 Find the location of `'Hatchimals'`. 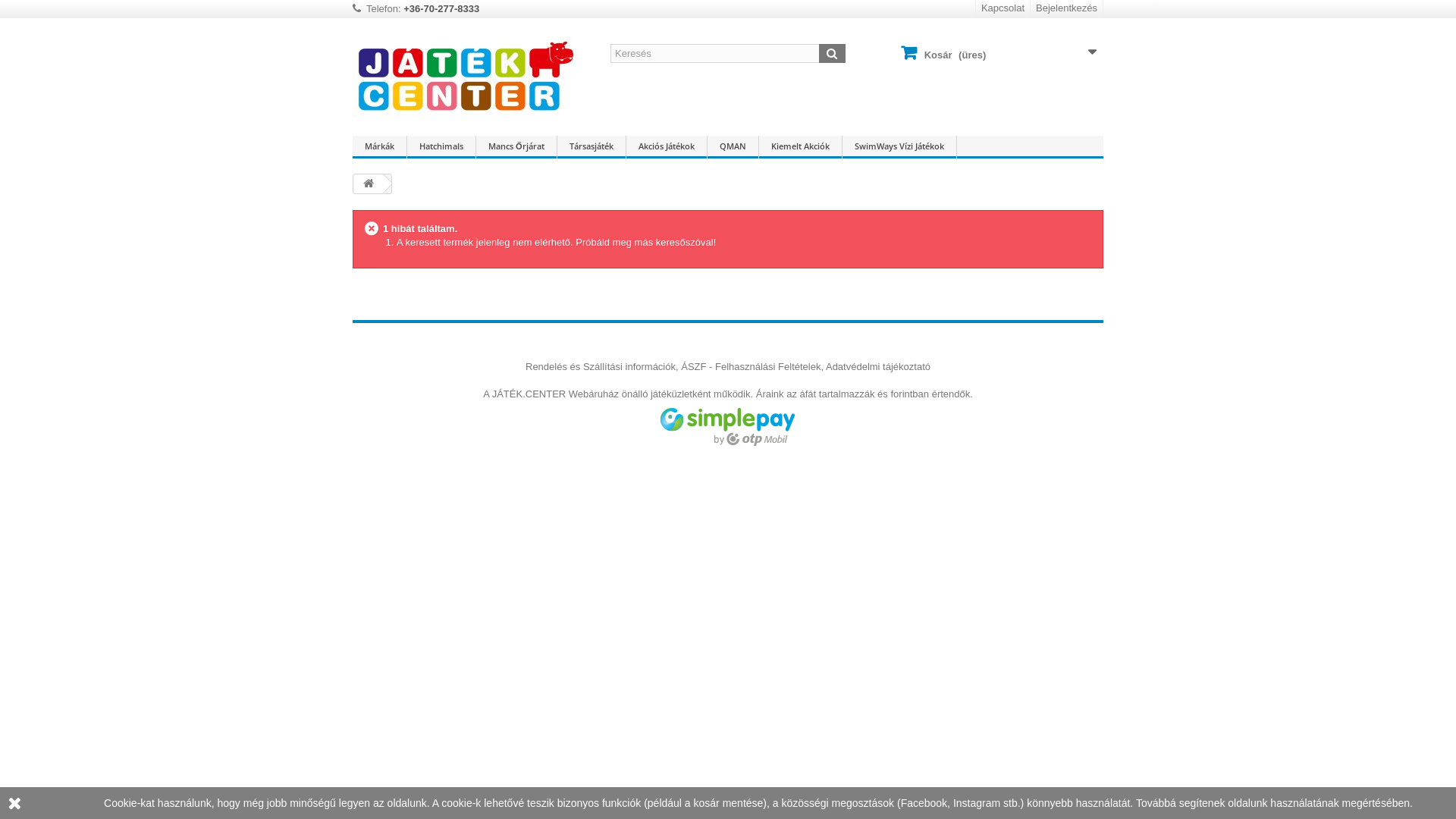

'Hatchimals' is located at coordinates (440, 146).